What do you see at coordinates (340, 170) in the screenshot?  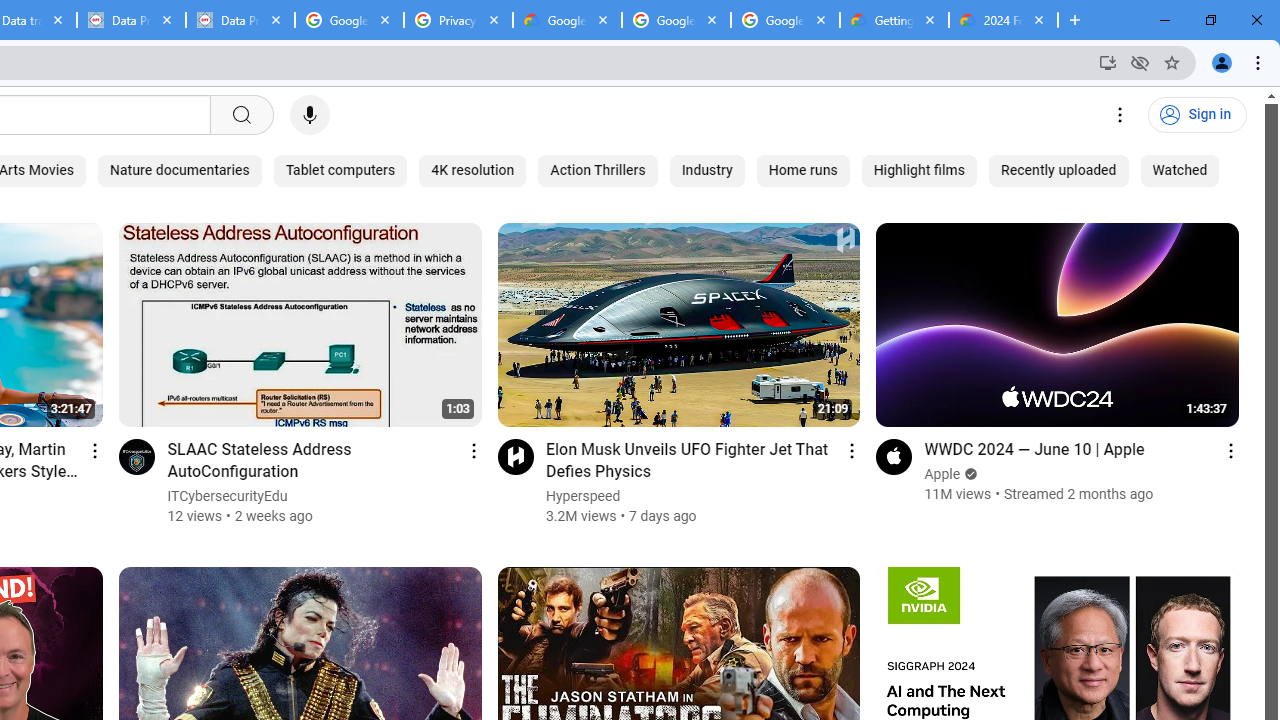 I see `'Tablet computers'` at bounding box center [340, 170].